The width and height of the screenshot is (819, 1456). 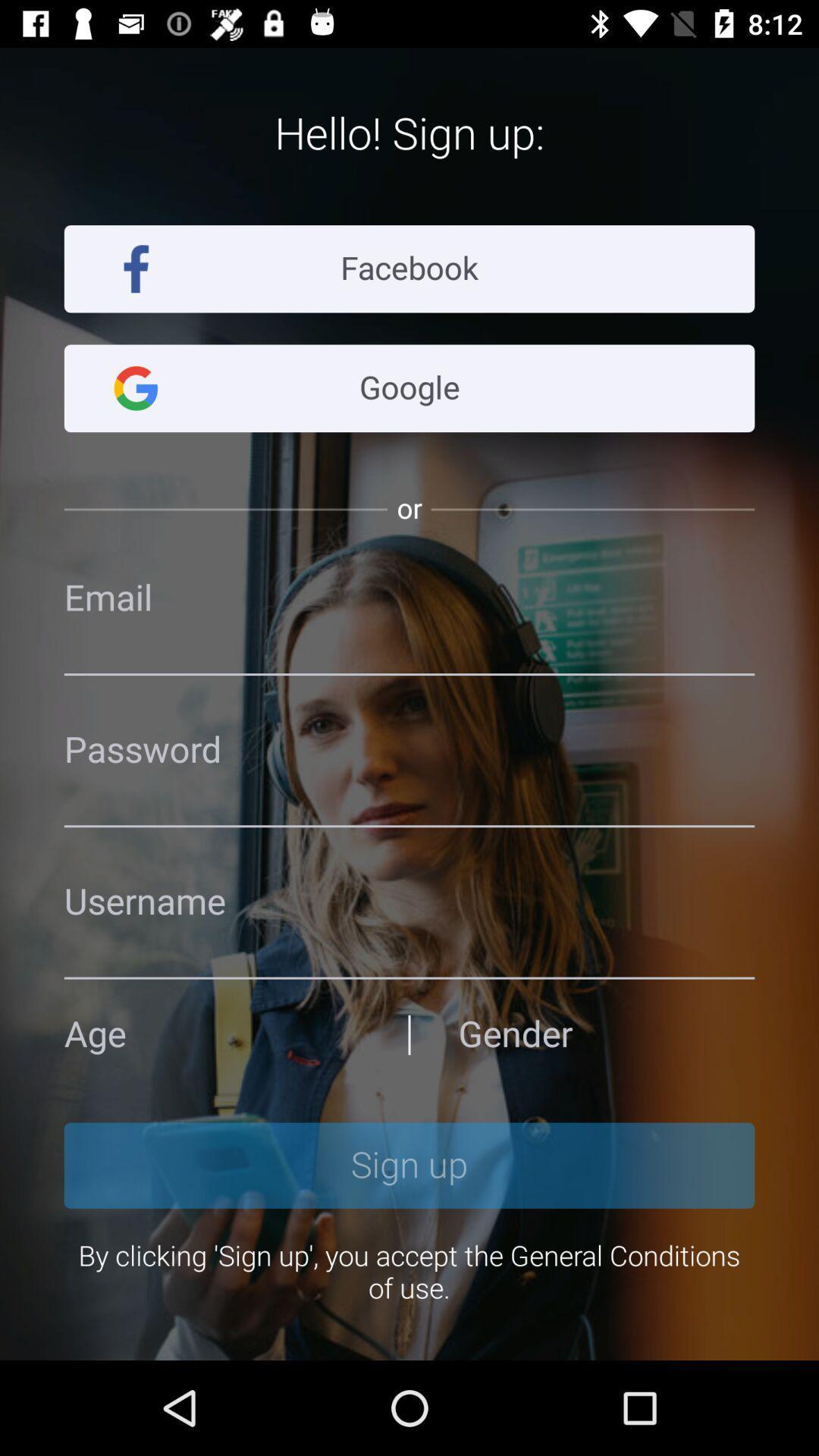 What do you see at coordinates (605, 1034) in the screenshot?
I see `gernder option` at bounding box center [605, 1034].